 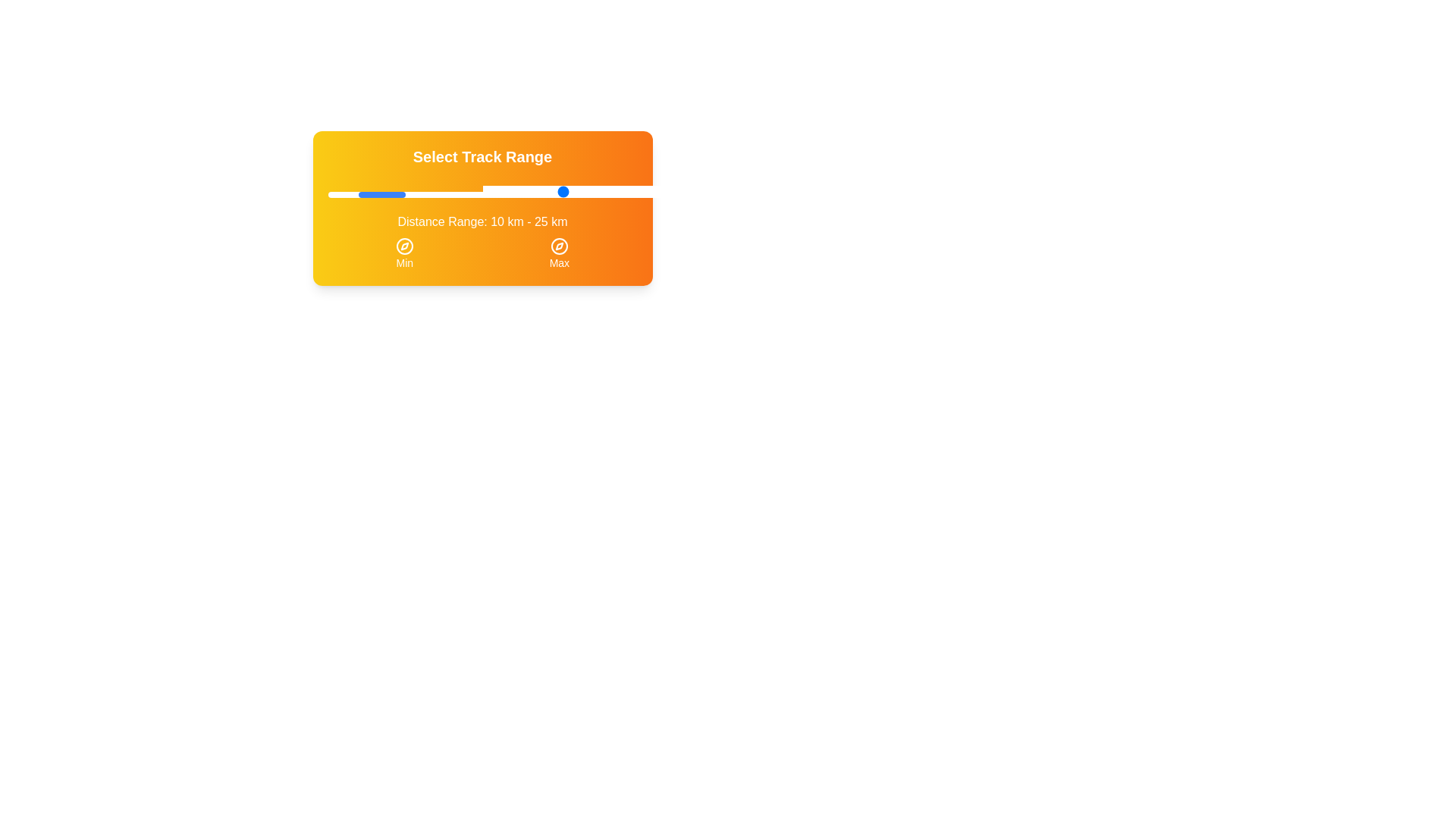 I want to click on the Label element with a compass icon and the text 'Min', which is styled in white and positioned below a progress bar in a gradient background of yellow to orange, so click(x=404, y=253).